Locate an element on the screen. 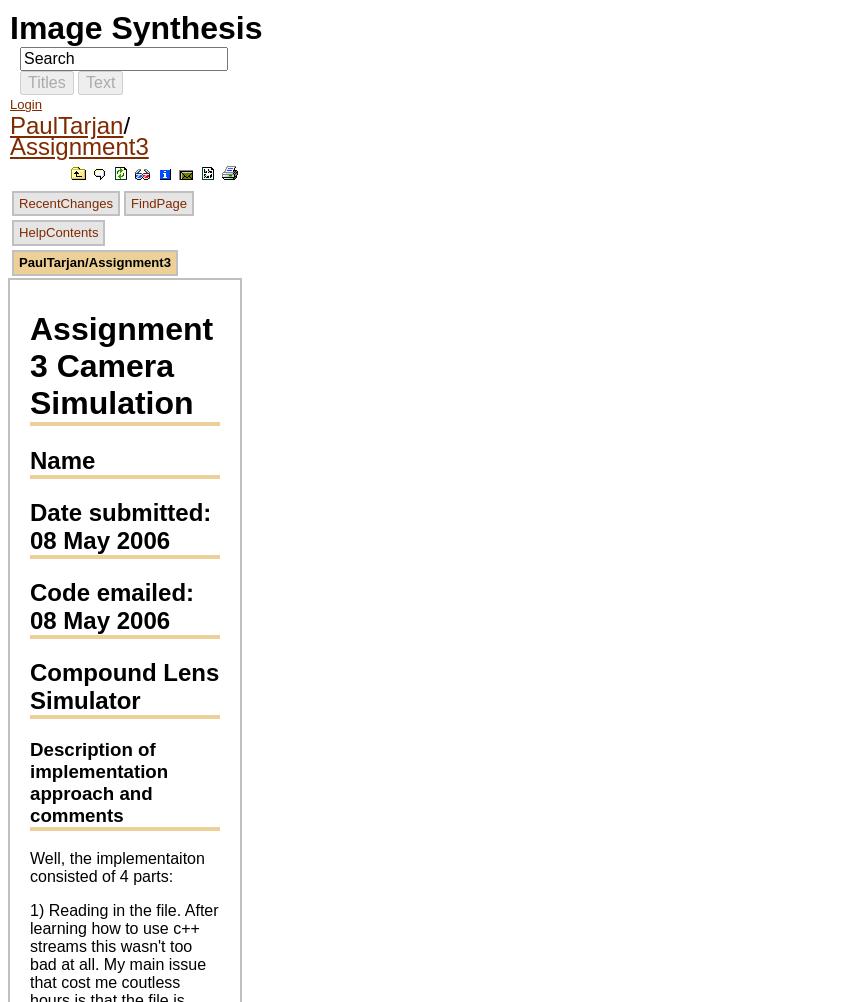 Image resolution: width=851 pixels, height=1002 pixels. 'Compound Lens Simulator' is located at coordinates (124, 686).